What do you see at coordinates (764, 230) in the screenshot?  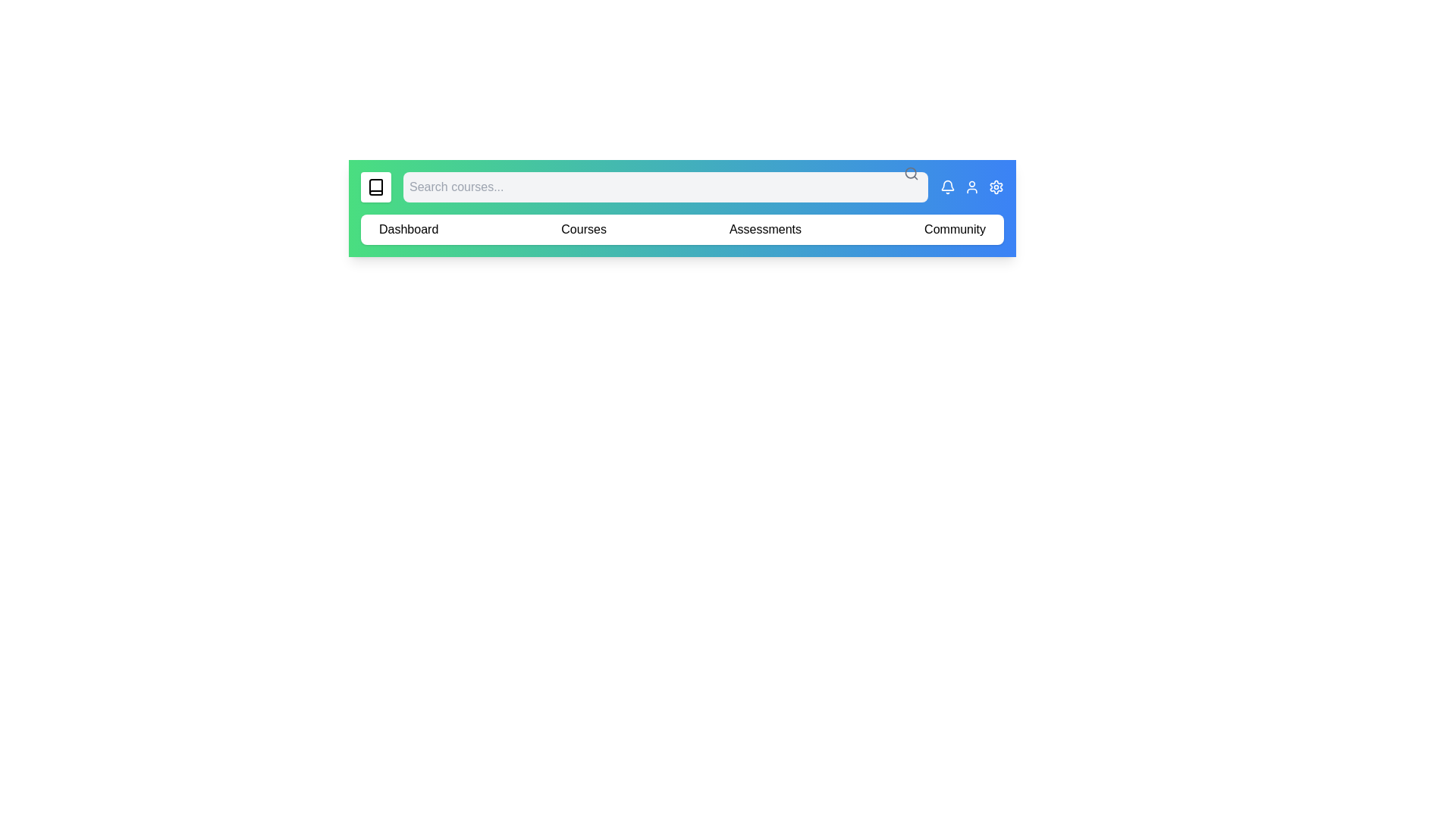 I see `the element labeled 'Assessments' to reveal its hover effect` at bounding box center [764, 230].